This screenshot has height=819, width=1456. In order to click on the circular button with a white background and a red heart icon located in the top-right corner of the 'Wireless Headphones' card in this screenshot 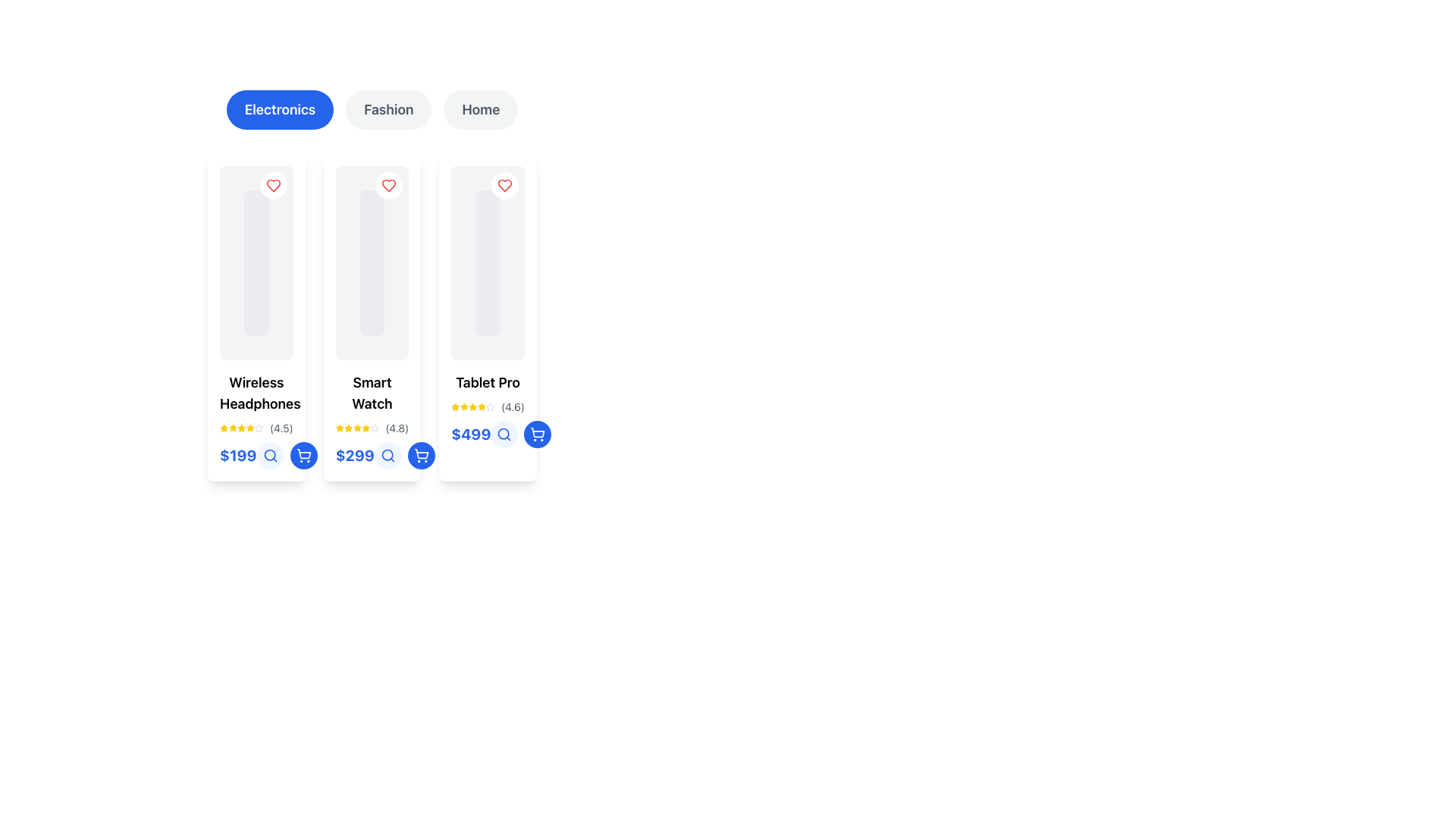, I will do `click(273, 185)`.